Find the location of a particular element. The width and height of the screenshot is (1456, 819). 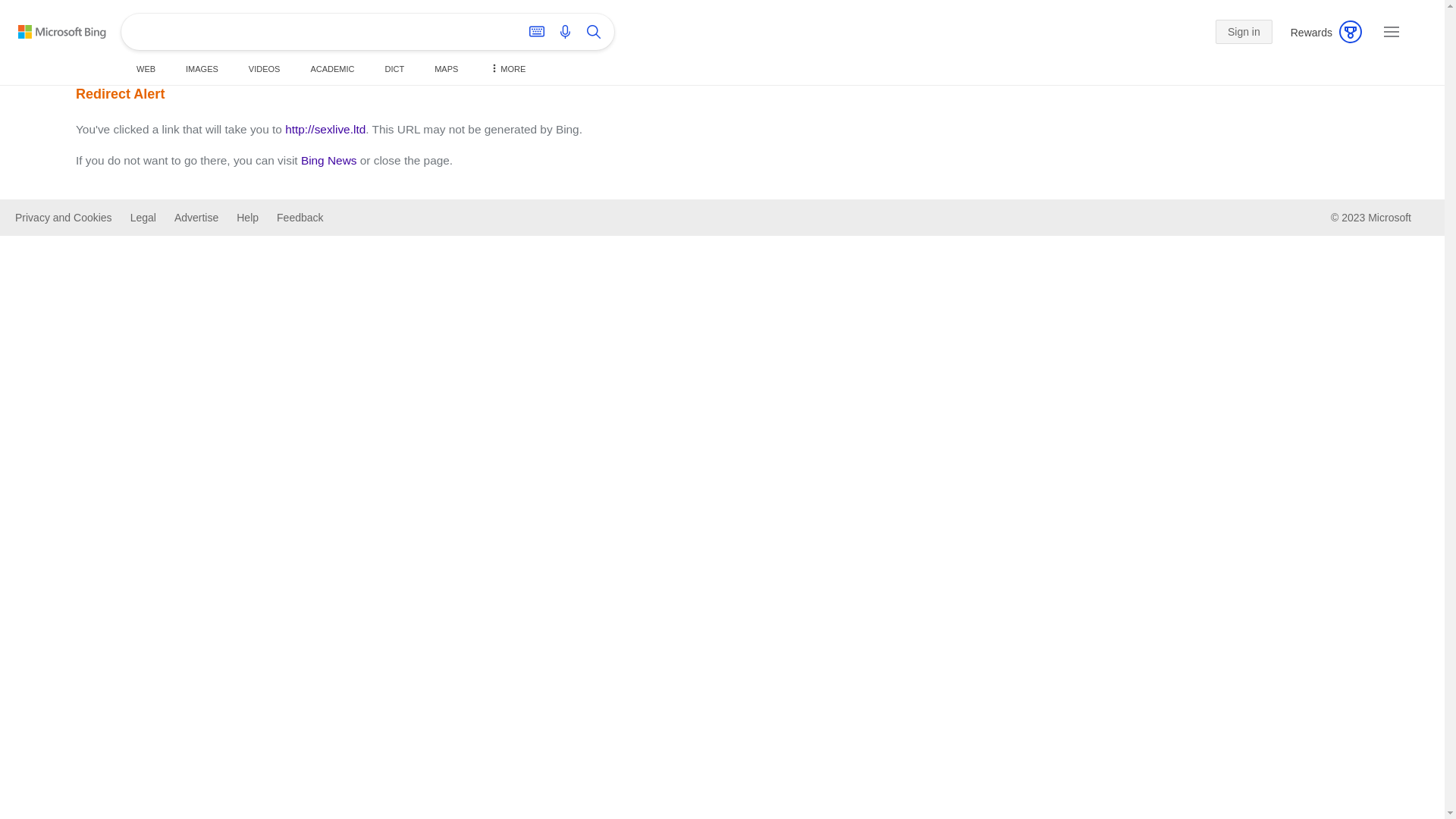

'IMAGES' is located at coordinates (201, 69).